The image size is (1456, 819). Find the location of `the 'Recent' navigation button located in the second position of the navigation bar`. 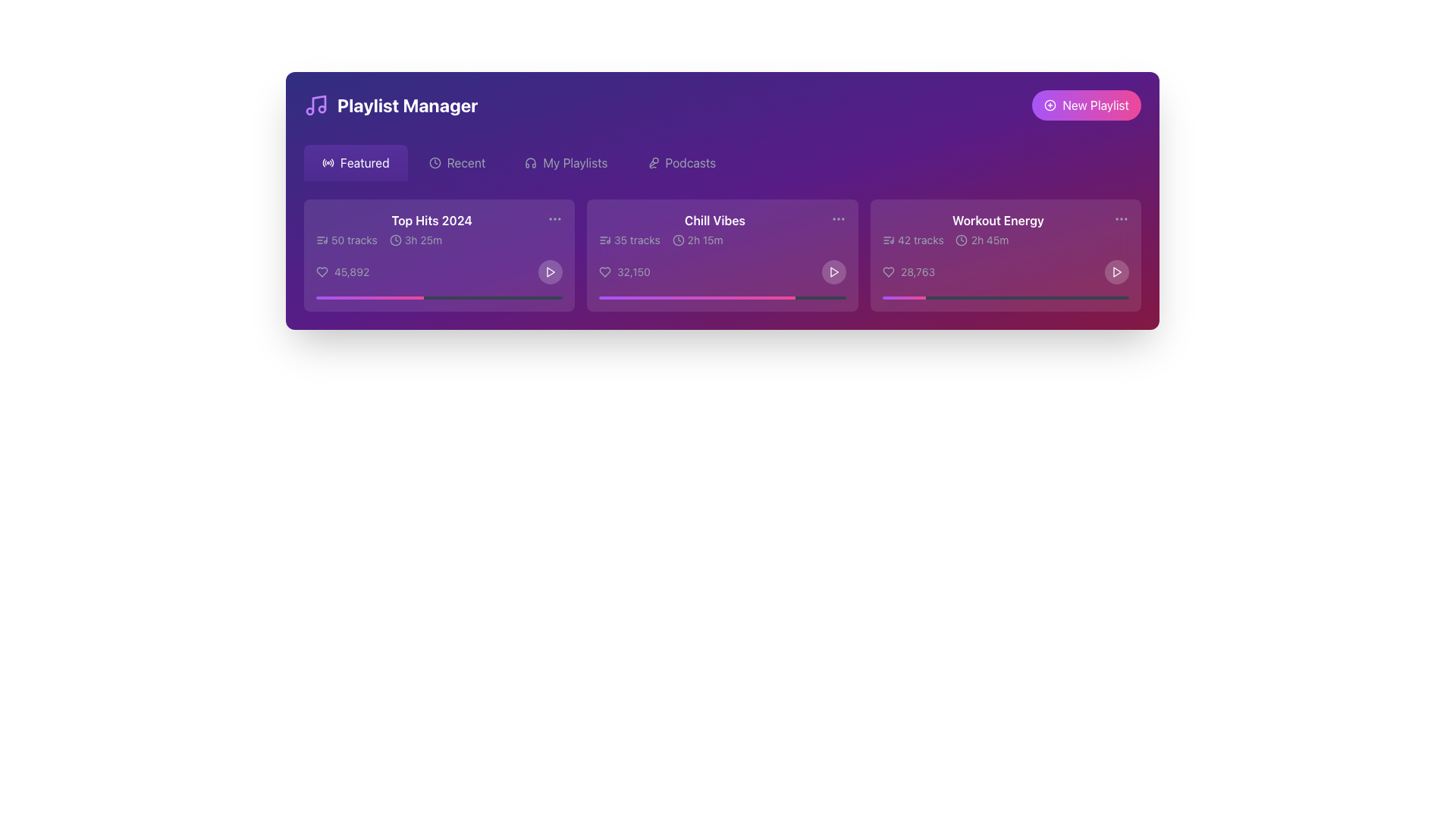

the 'Recent' navigation button located in the second position of the navigation bar is located at coordinates (457, 163).